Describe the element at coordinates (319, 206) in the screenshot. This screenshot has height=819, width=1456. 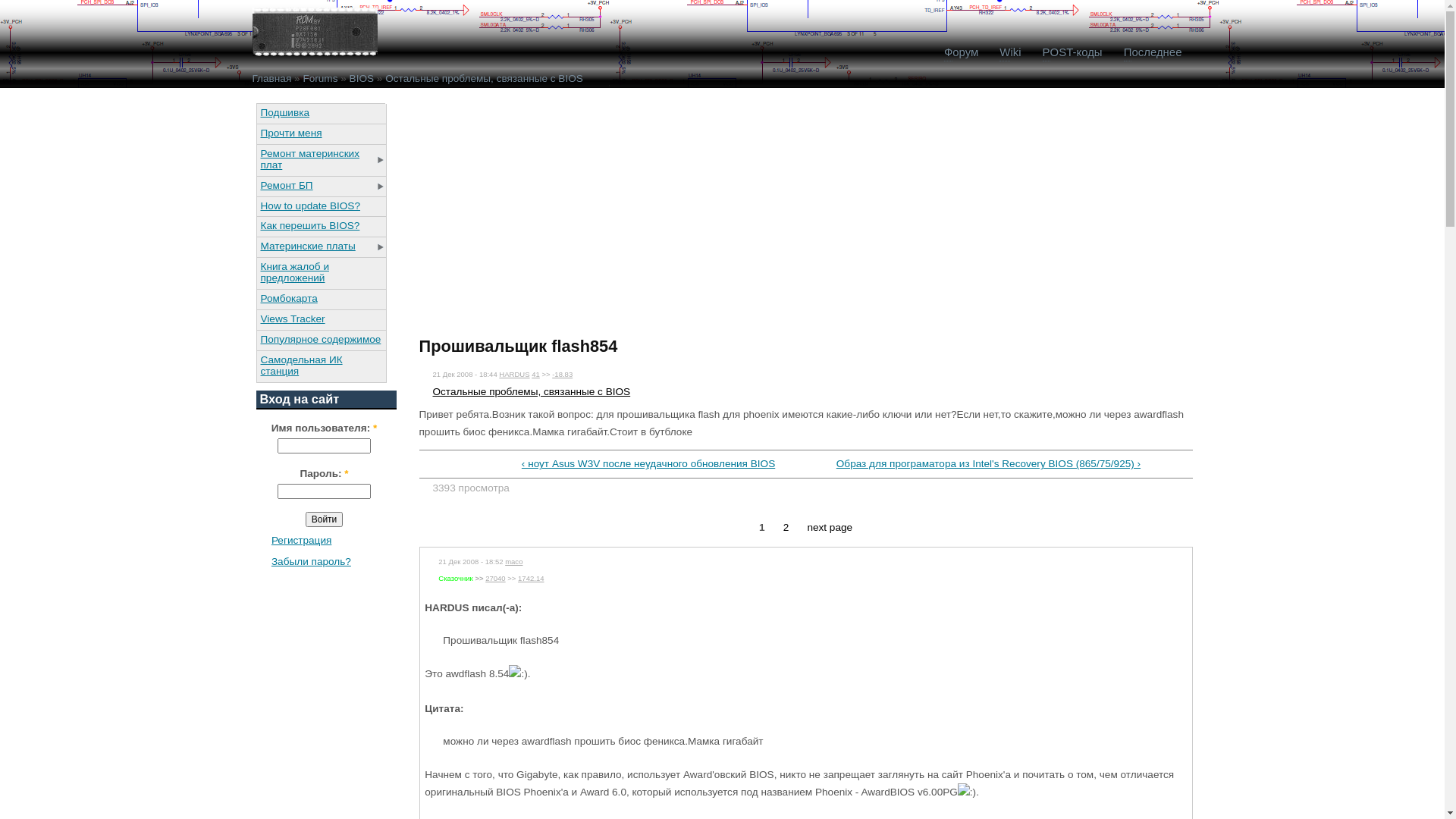
I see `'How to update BIOS?'` at that location.